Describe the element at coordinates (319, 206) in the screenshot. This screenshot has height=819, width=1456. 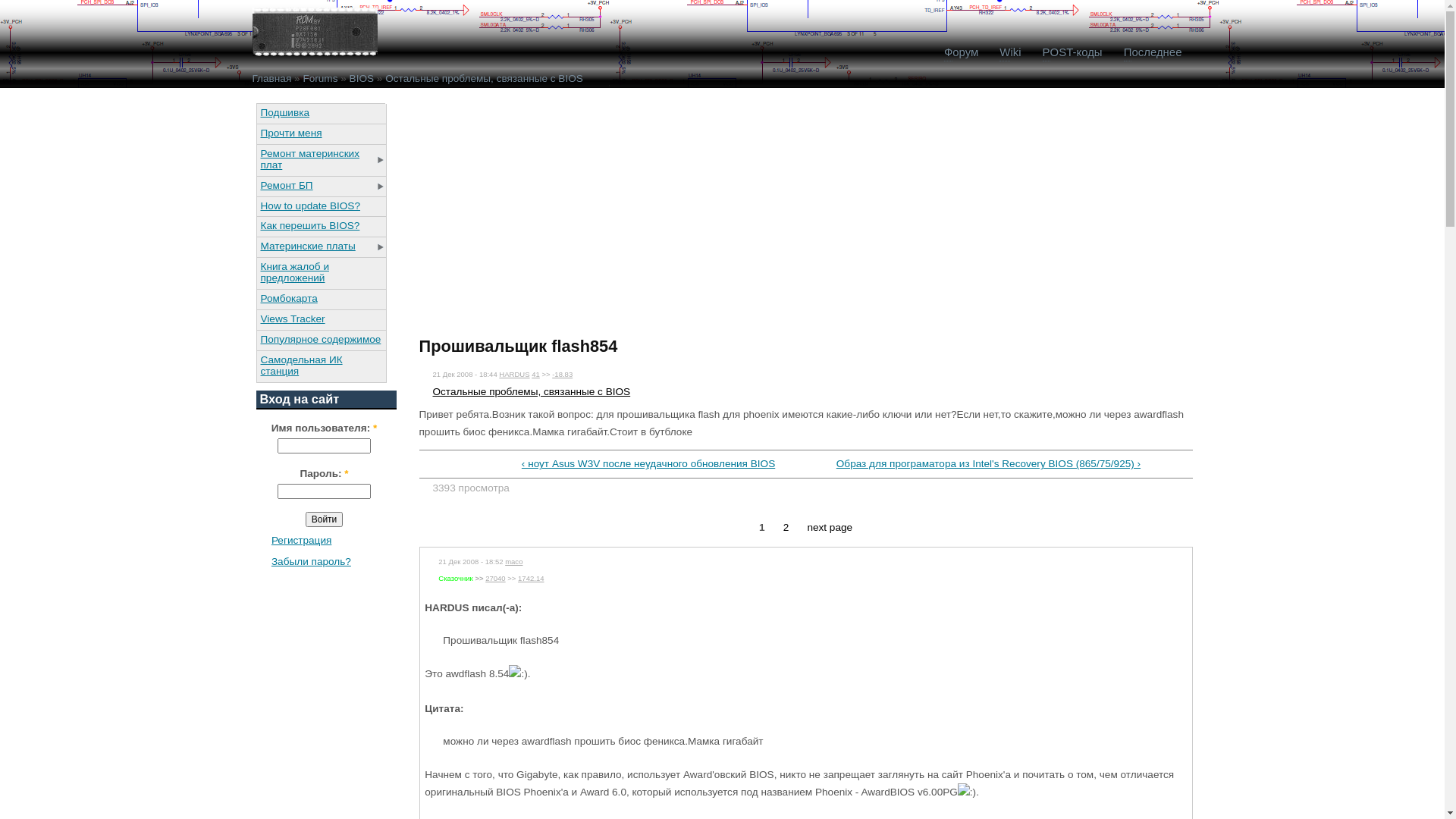
I see `'How to update BIOS?'` at that location.